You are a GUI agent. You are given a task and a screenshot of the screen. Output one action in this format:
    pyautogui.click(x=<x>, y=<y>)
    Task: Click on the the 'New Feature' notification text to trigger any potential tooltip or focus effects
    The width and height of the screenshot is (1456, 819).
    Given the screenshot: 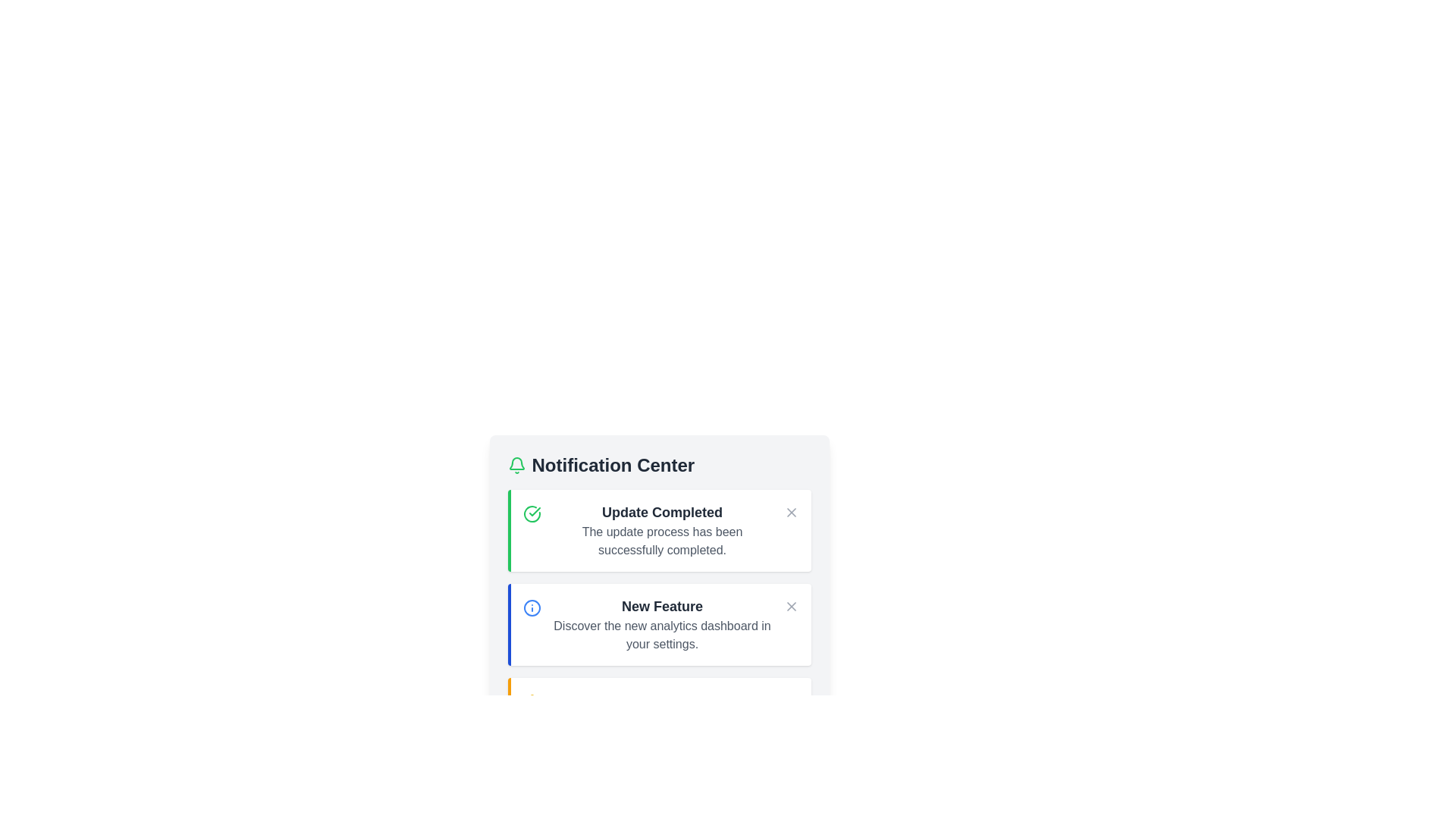 What is the action you would take?
    pyautogui.click(x=662, y=625)
    